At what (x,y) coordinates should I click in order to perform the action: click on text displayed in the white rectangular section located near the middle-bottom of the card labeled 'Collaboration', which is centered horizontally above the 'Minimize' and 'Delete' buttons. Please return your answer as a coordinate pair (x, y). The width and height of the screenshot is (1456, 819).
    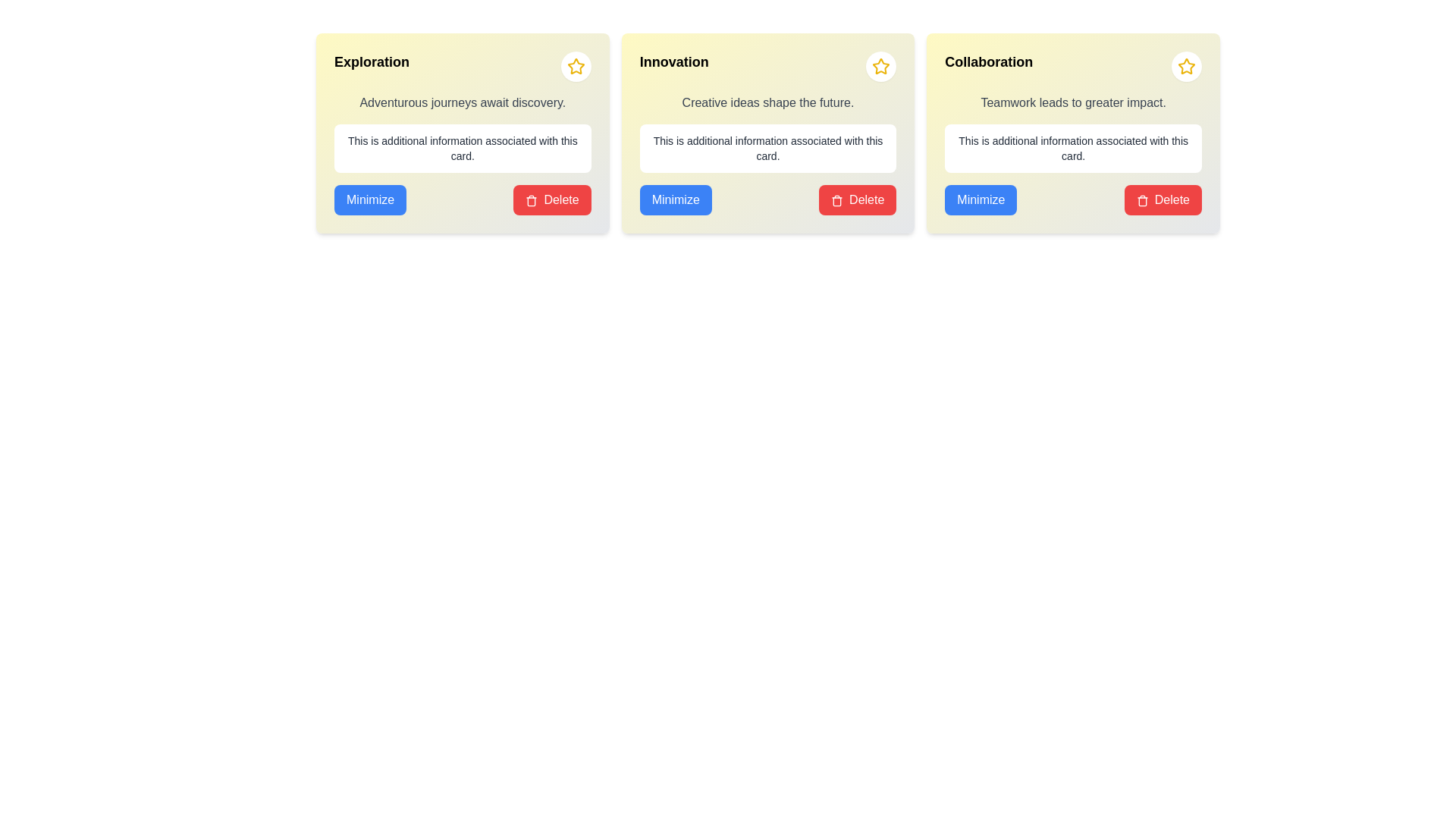
    Looking at the image, I should click on (1072, 149).